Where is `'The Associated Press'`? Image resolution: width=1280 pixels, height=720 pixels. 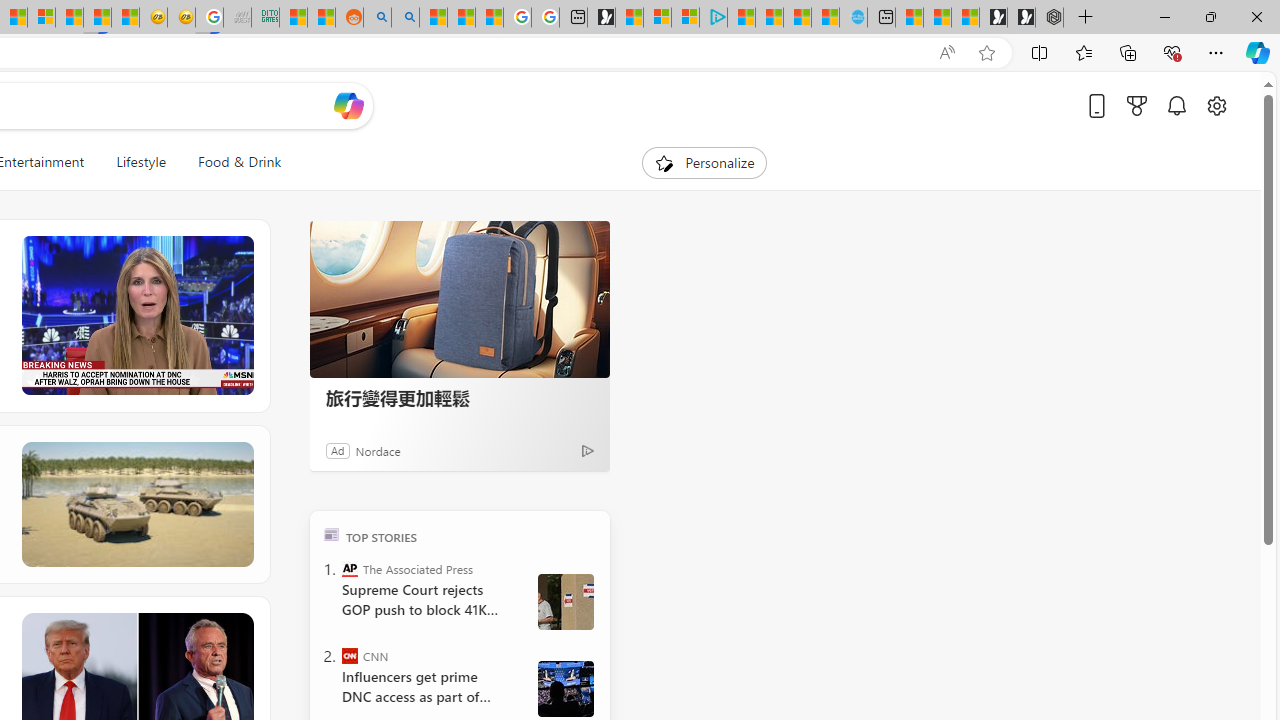
'The Associated Press' is located at coordinates (350, 568).